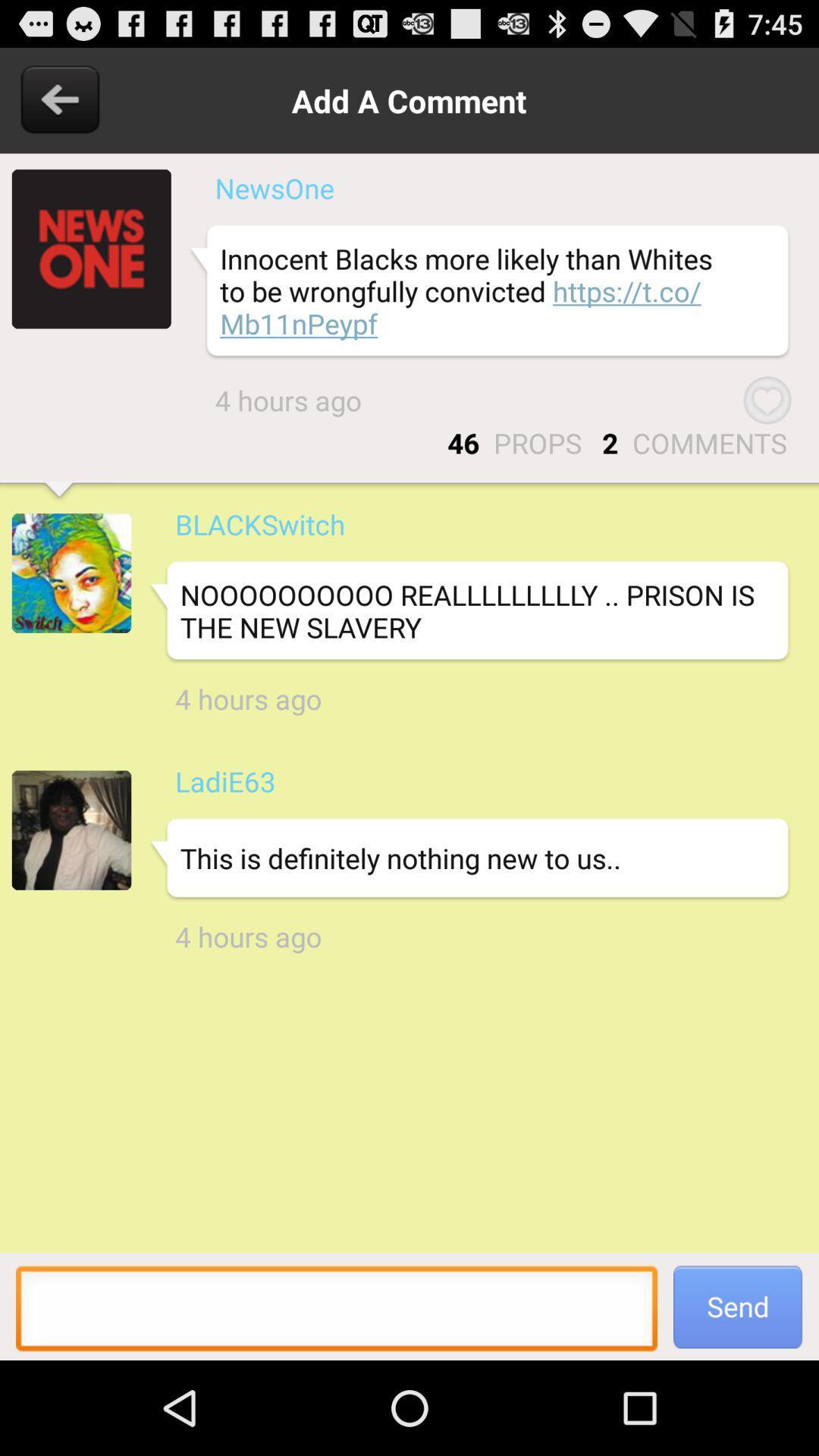 This screenshot has height=1456, width=819. Describe the element at coordinates (468, 611) in the screenshot. I see `the noooooooooo reallllllllly prison icon` at that location.